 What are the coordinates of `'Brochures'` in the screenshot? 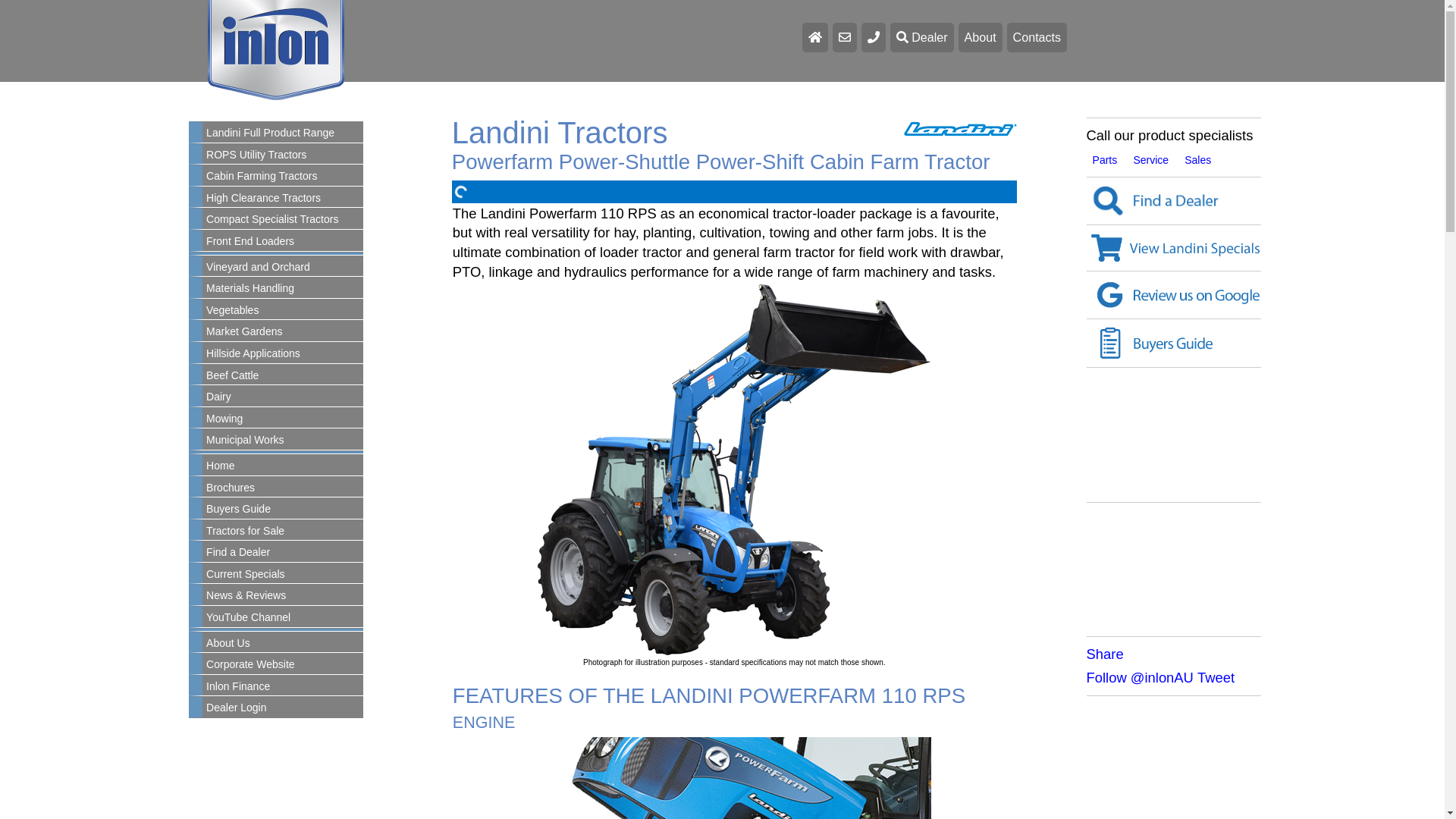 It's located at (283, 488).